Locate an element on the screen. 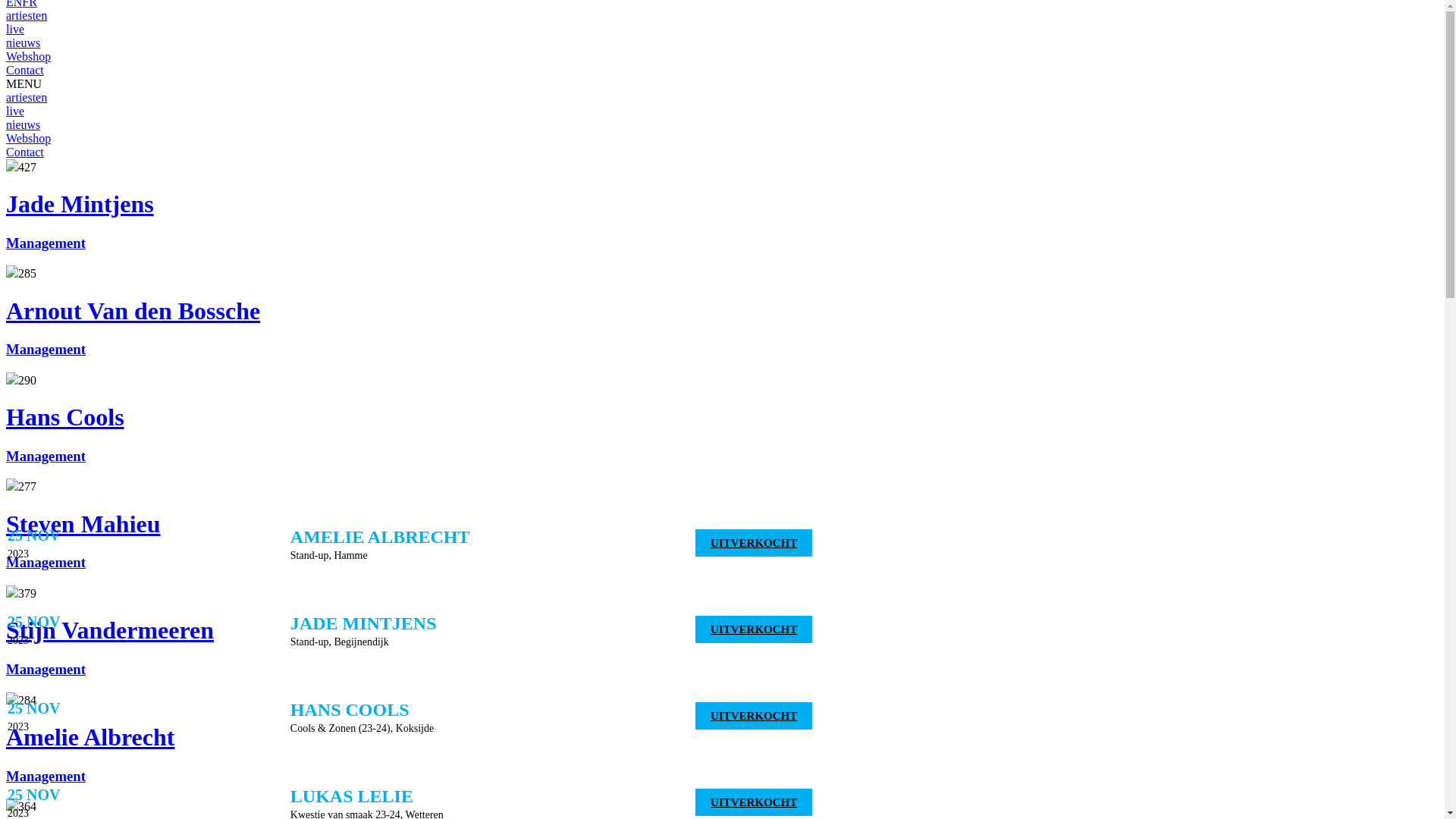  'nieuws' is located at coordinates (23, 42).